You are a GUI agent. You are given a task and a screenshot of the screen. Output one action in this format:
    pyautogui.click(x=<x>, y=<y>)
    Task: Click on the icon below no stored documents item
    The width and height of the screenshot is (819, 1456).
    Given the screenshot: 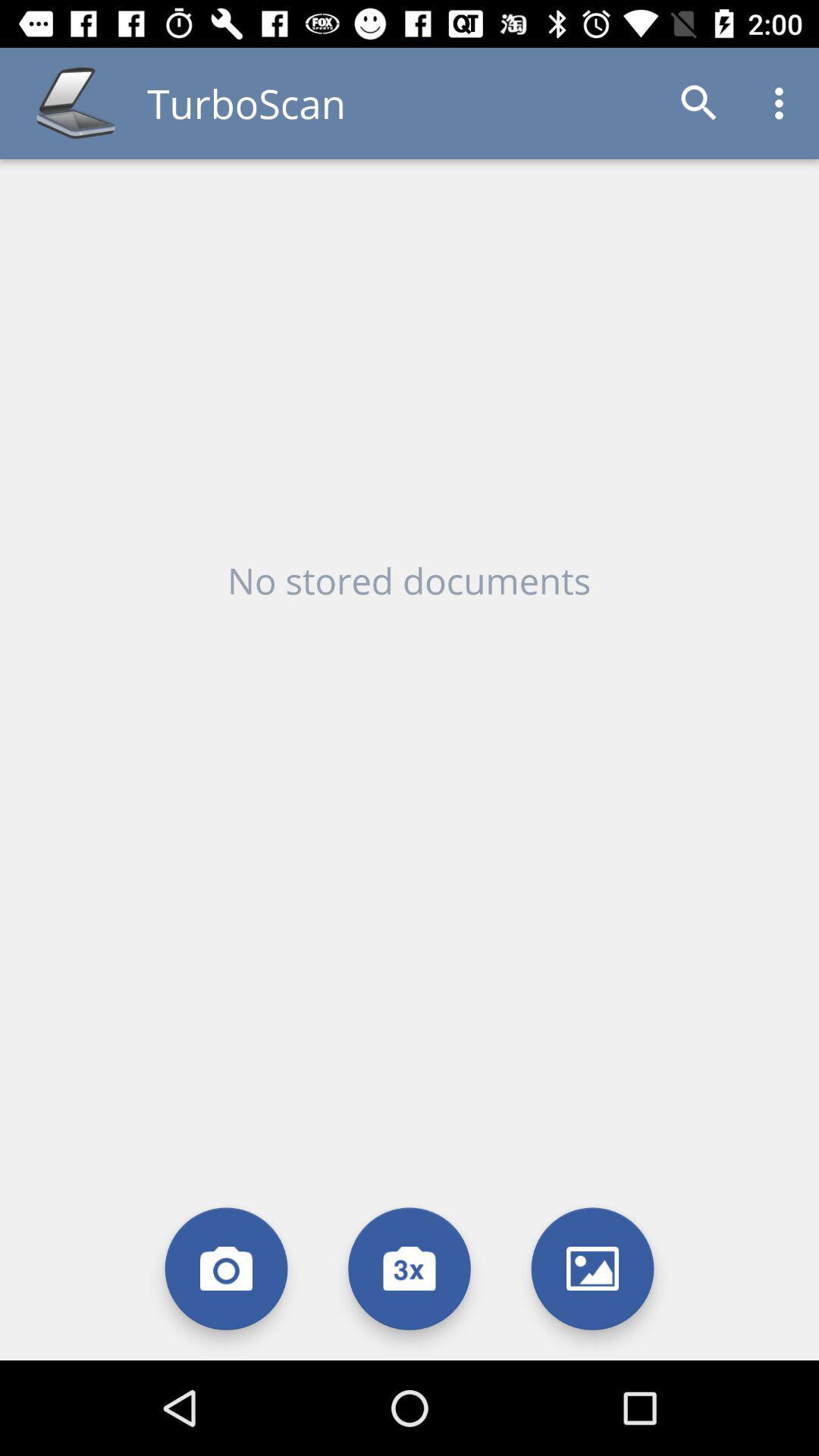 What is the action you would take?
    pyautogui.click(x=409, y=1269)
    